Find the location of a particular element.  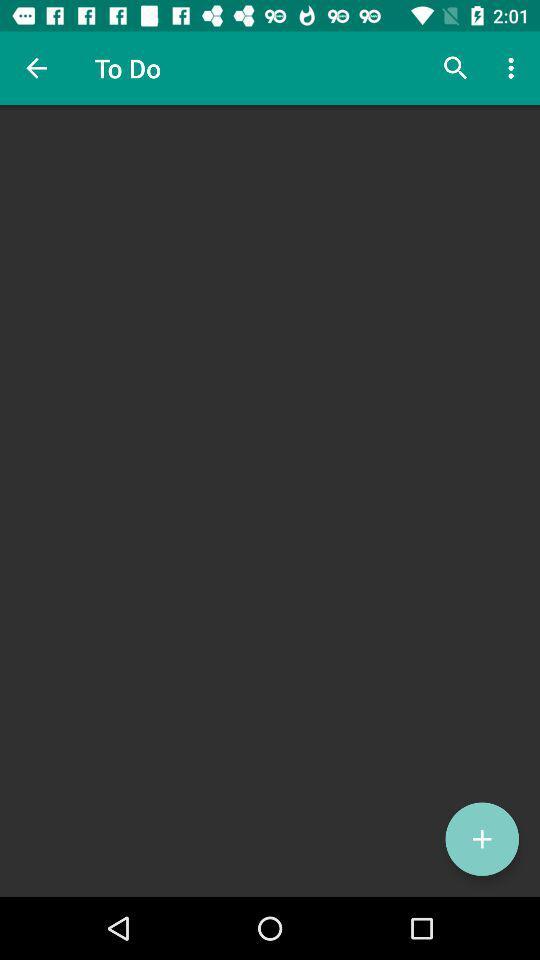

item at the bottom right corner is located at coordinates (481, 839).